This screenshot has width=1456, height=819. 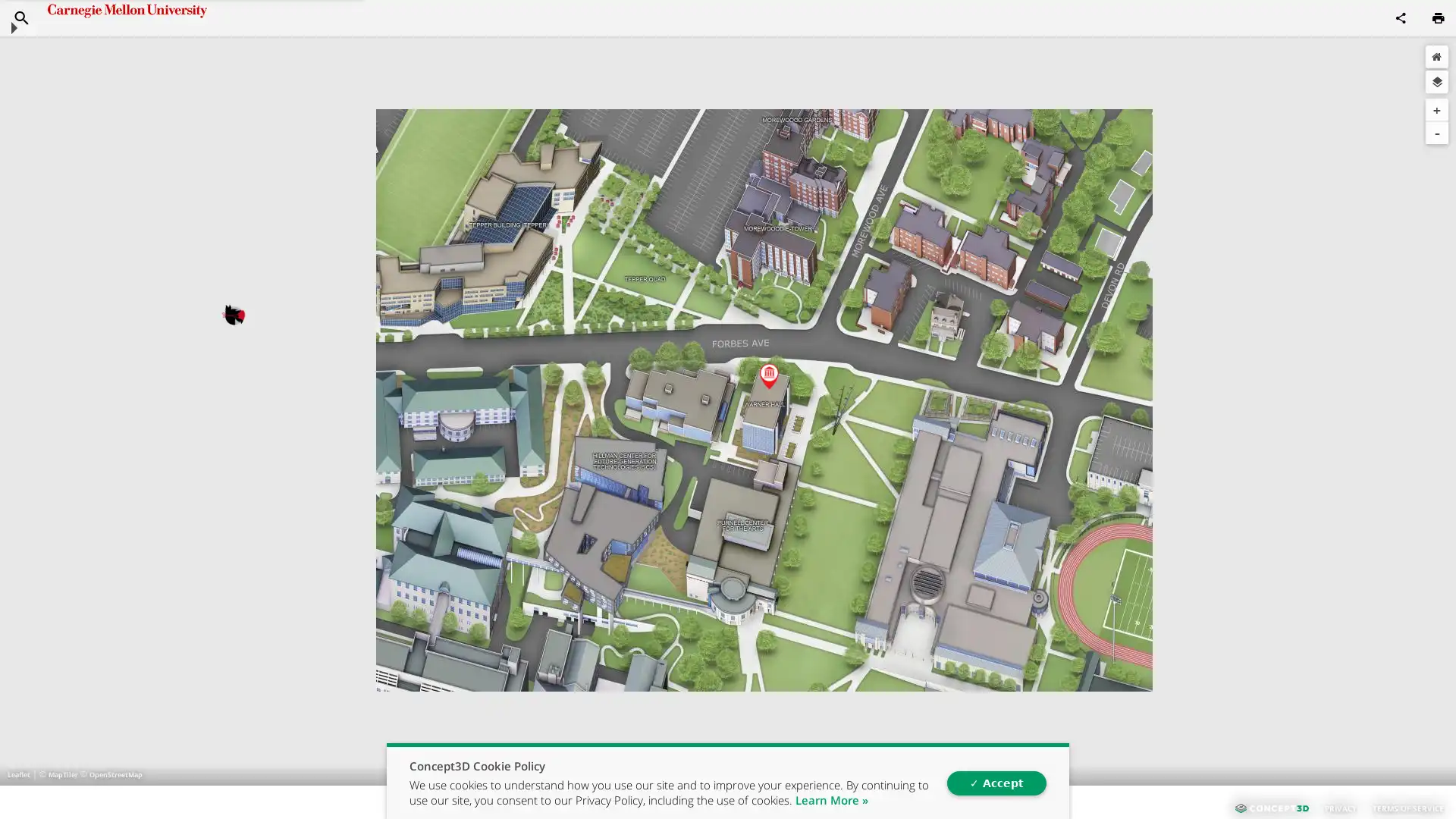 I want to click on open map layers, so click(x=1436, y=82).